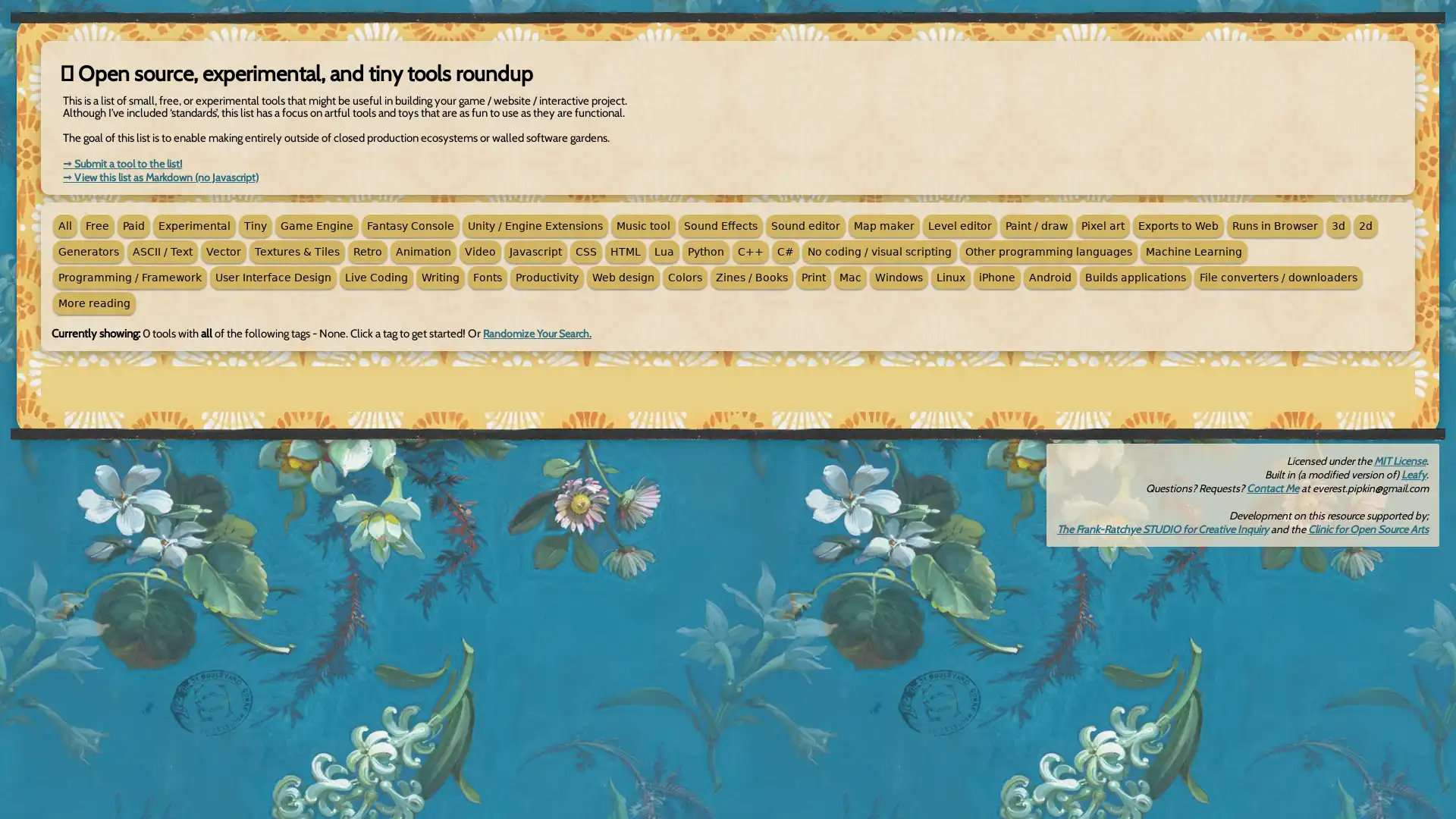  Describe the element at coordinates (643, 225) in the screenshot. I see `Music tool` at that location.